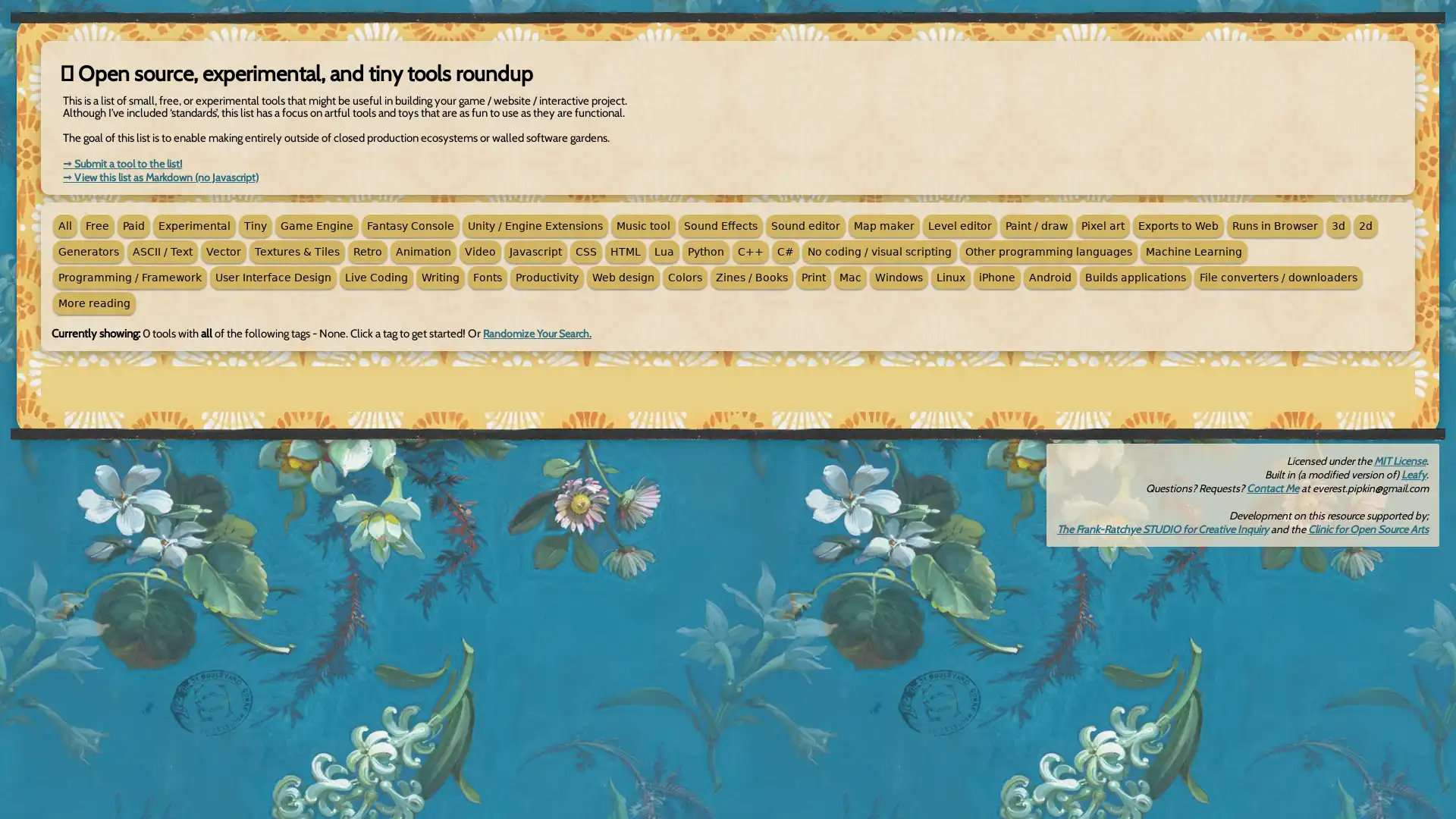  Describe the element at coordinates (643, 225) in the screenshot. I see `Music tool` at that location.